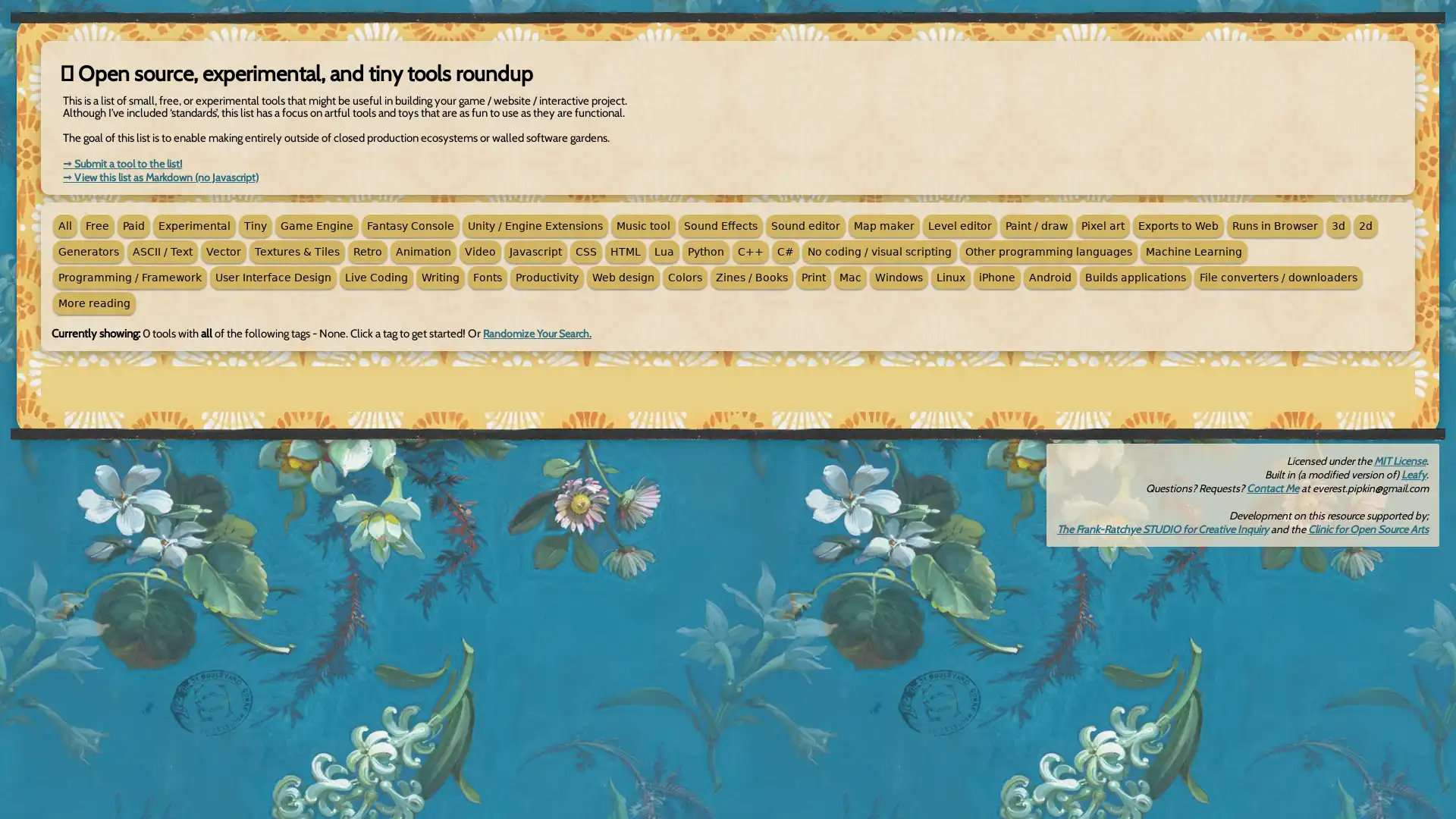  Describe the element at coordinates (643, 225) in the screenshot. I see `Music tool` at that location.